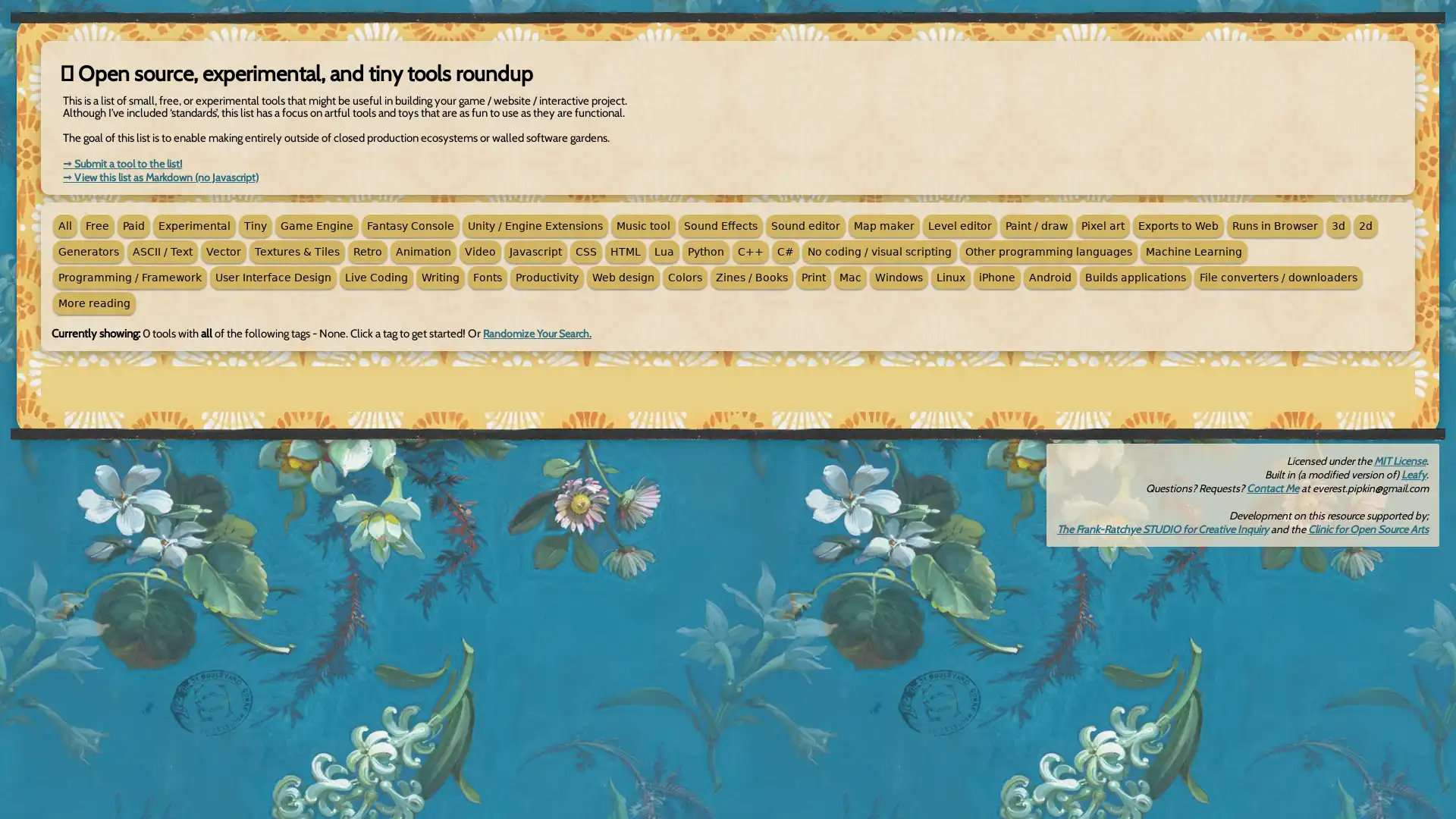  Describe the element at coordinates (643, 225) in the screenshot. I see `Music tool` at that location.